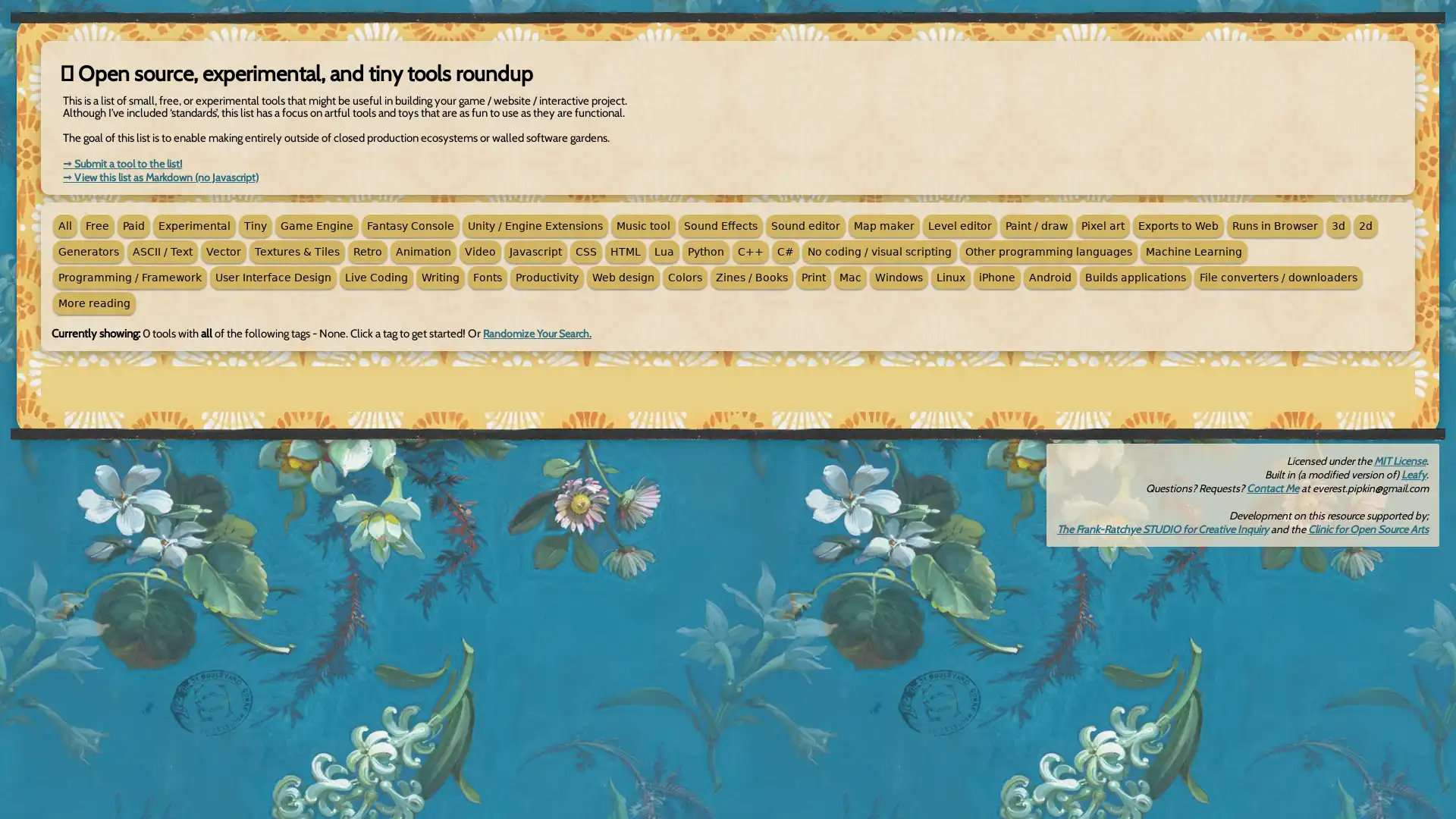  Describe the element at coordinates (643, 225) in the screenshot. I see `Music tool` at that location.